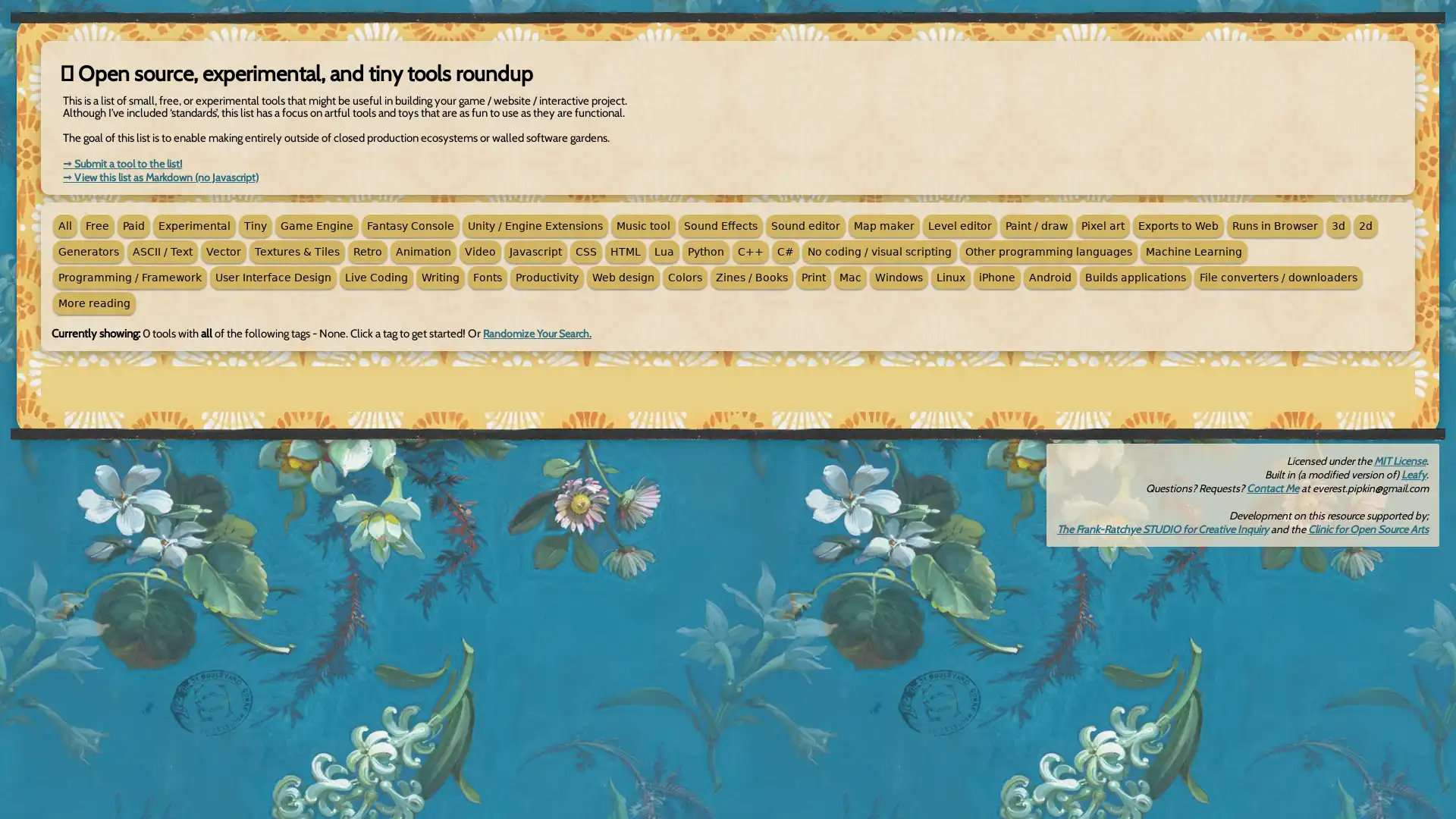  Describe the element at coordinates (643, 225) in the screenshot. I see `Music tool` at that location.